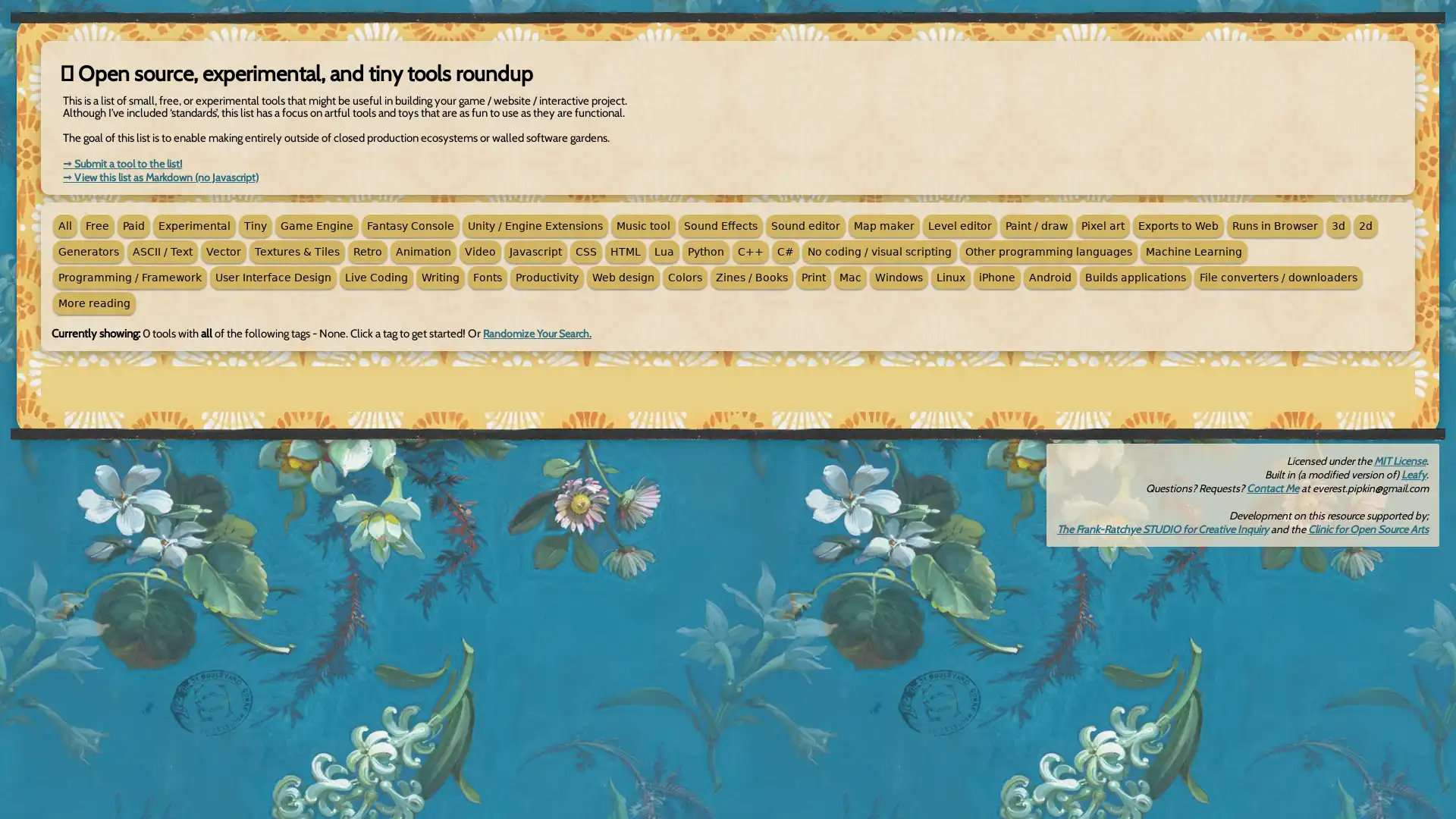  Describe the element at coordinates (643, 225) in the screenshot. I see `Music tool` at that location.